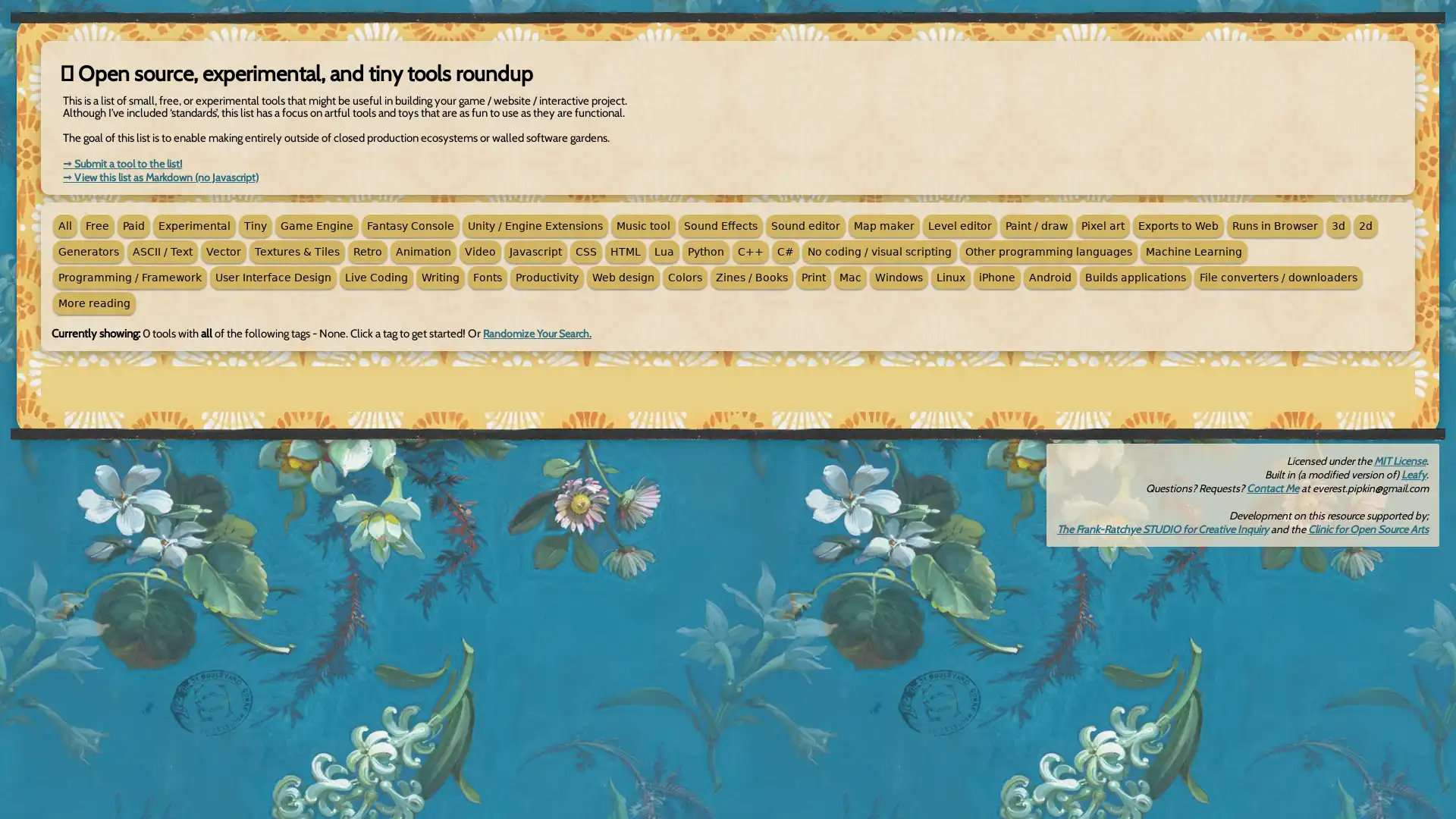  Describe the element at coordinates (643, 225) in the screenshot. I see `Music tool` at that location.